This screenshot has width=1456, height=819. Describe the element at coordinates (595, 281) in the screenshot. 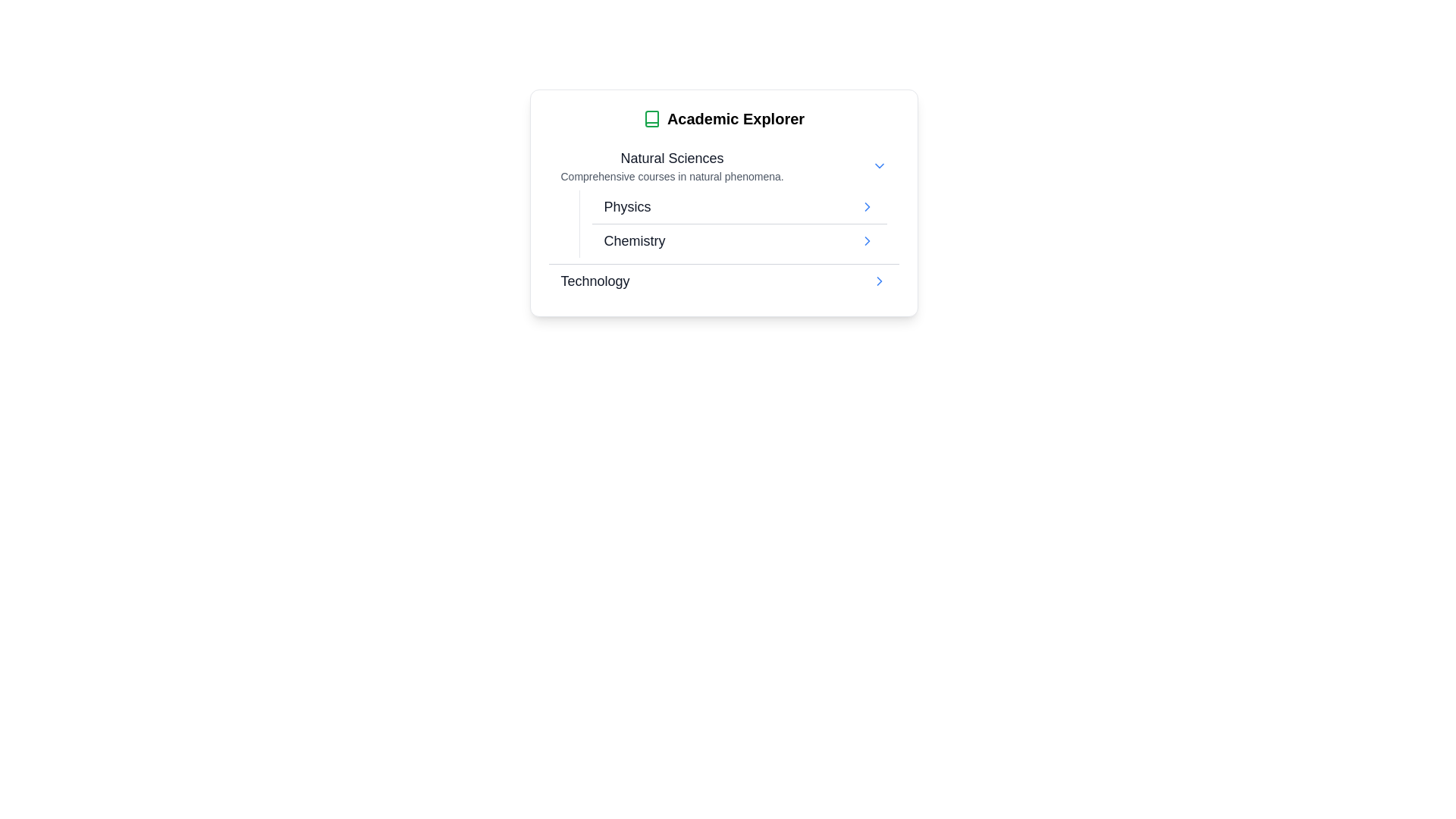

I see `the 'Technology' text label located in the bottom section of the 'Academic Explorer' menu` at that location.